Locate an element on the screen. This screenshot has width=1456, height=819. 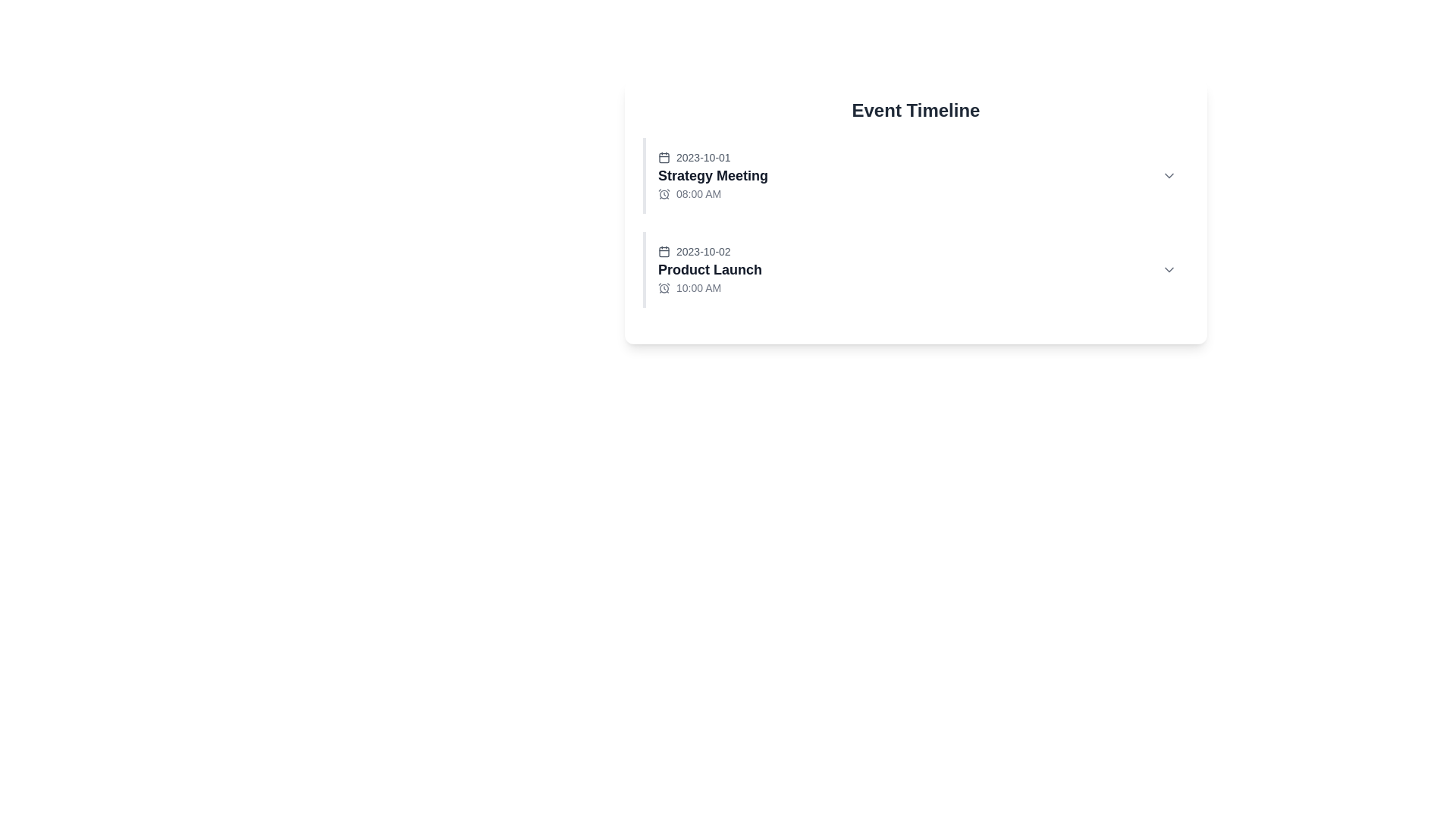
the 'Strategy Meeting' text label, which serves as the primary title for the event in the timeline, positioned below the date and above the time is located at coordinates (712, 174).